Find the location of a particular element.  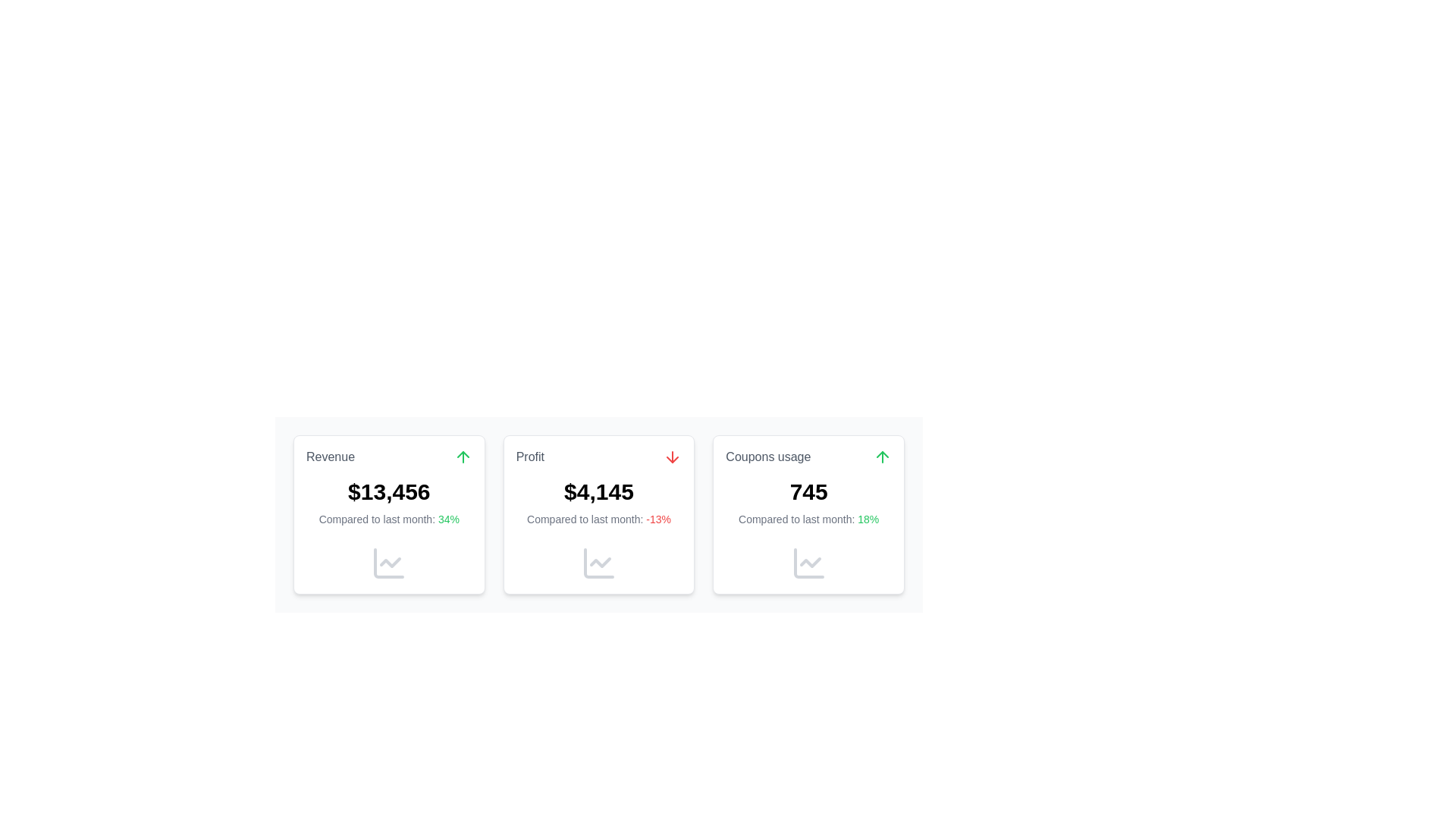

the green static text label displaying '18%' that is located beneath the primary metric '745' within the 'Coupons usage' card is located at coordinates (868, 519).